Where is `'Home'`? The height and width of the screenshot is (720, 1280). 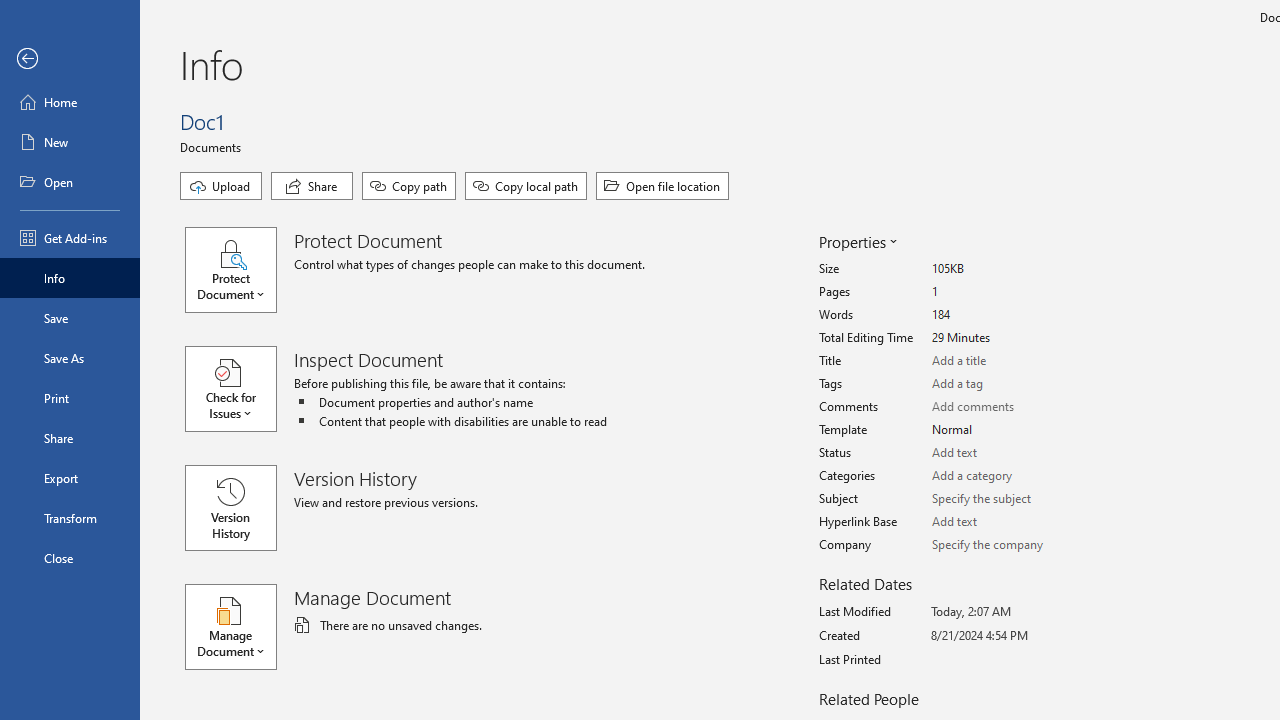 'Home' is located at coordinates (69, 101).